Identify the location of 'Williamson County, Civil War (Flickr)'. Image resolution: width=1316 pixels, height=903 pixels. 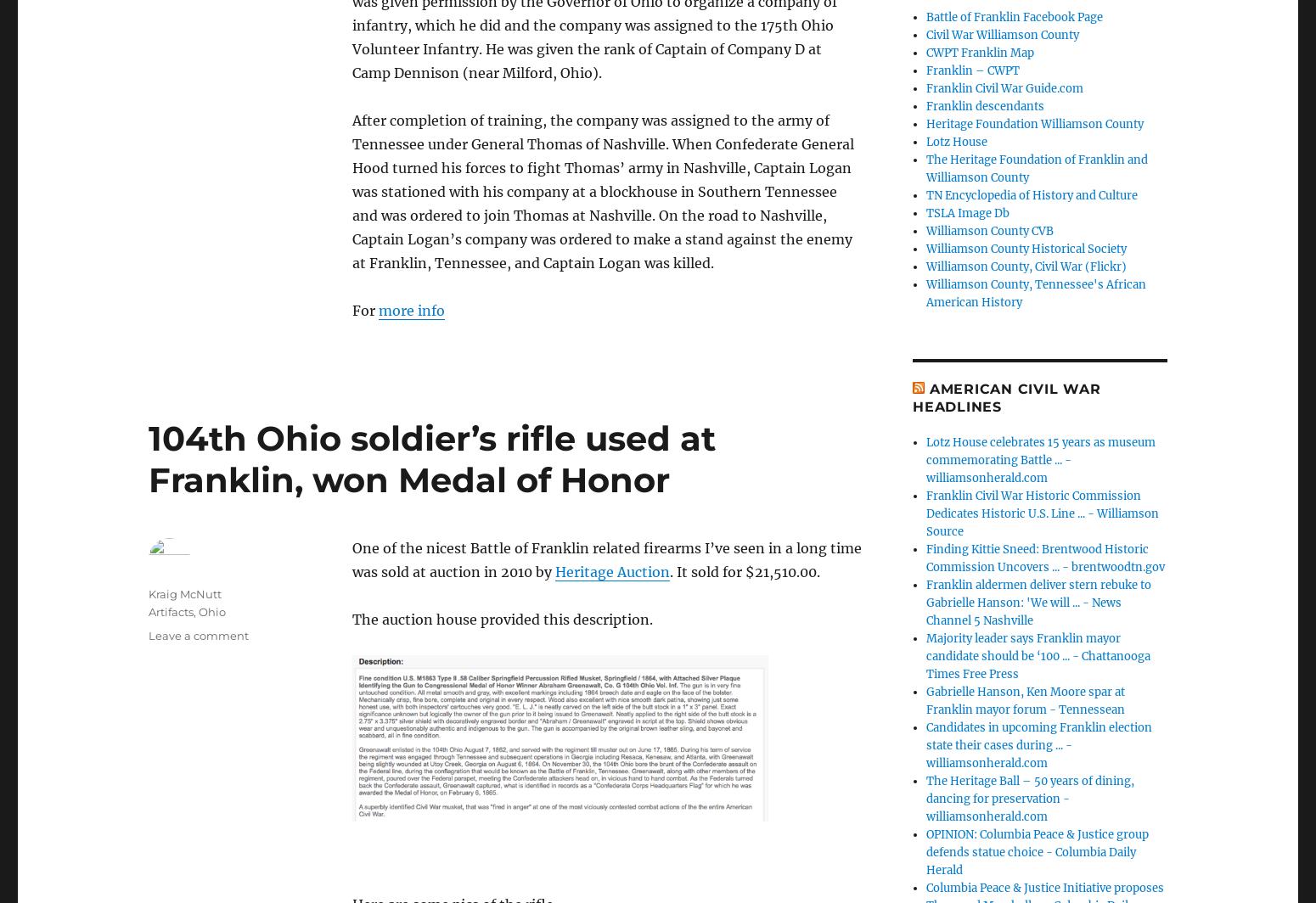
(1026, 266).